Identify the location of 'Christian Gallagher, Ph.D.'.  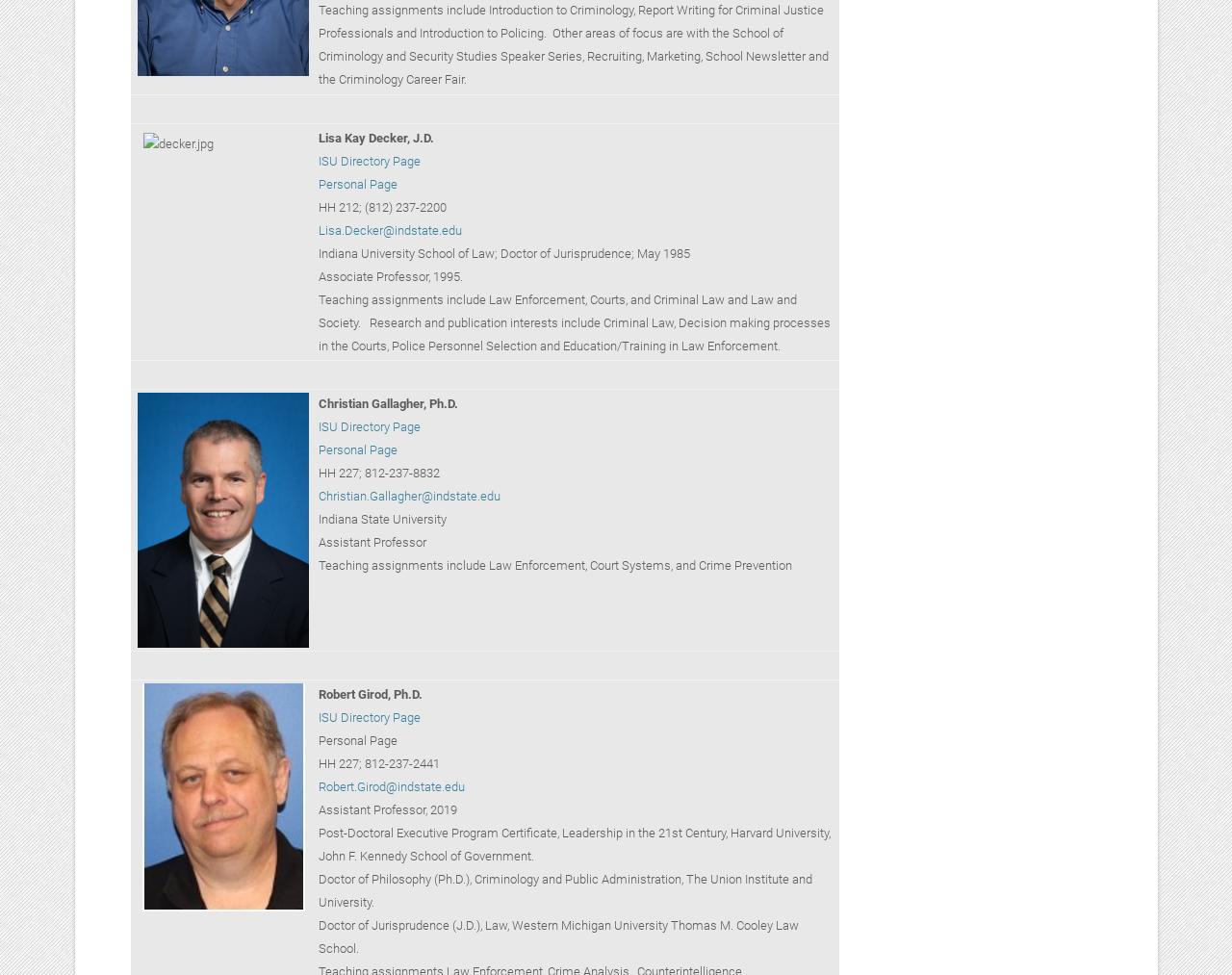
(317, 401).